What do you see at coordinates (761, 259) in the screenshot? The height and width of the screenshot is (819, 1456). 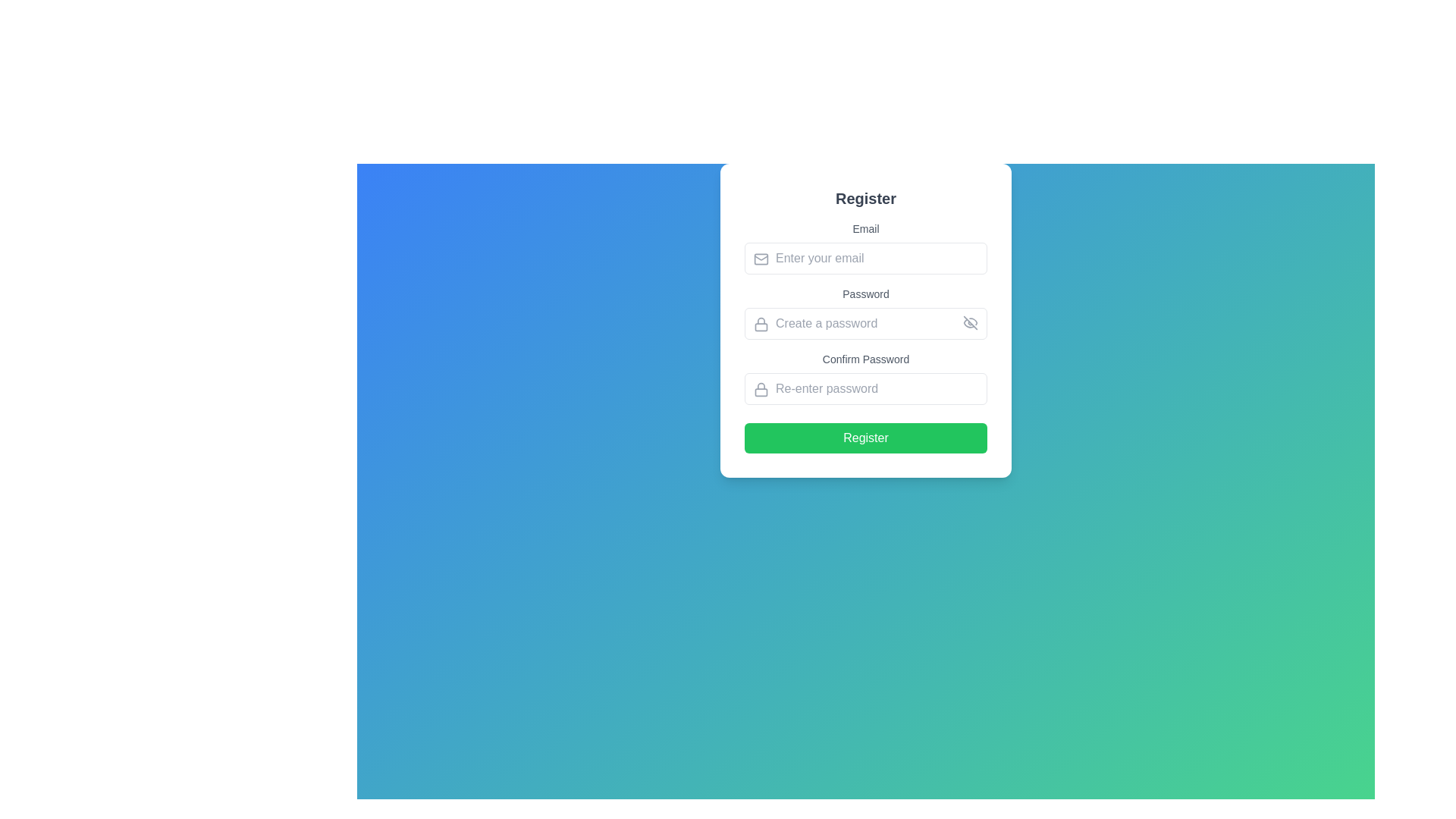 I see `the envelope icon representing the email address field, which is outlined in light gray and positioned on the left side of the input field` at bounding box center [761, 259].